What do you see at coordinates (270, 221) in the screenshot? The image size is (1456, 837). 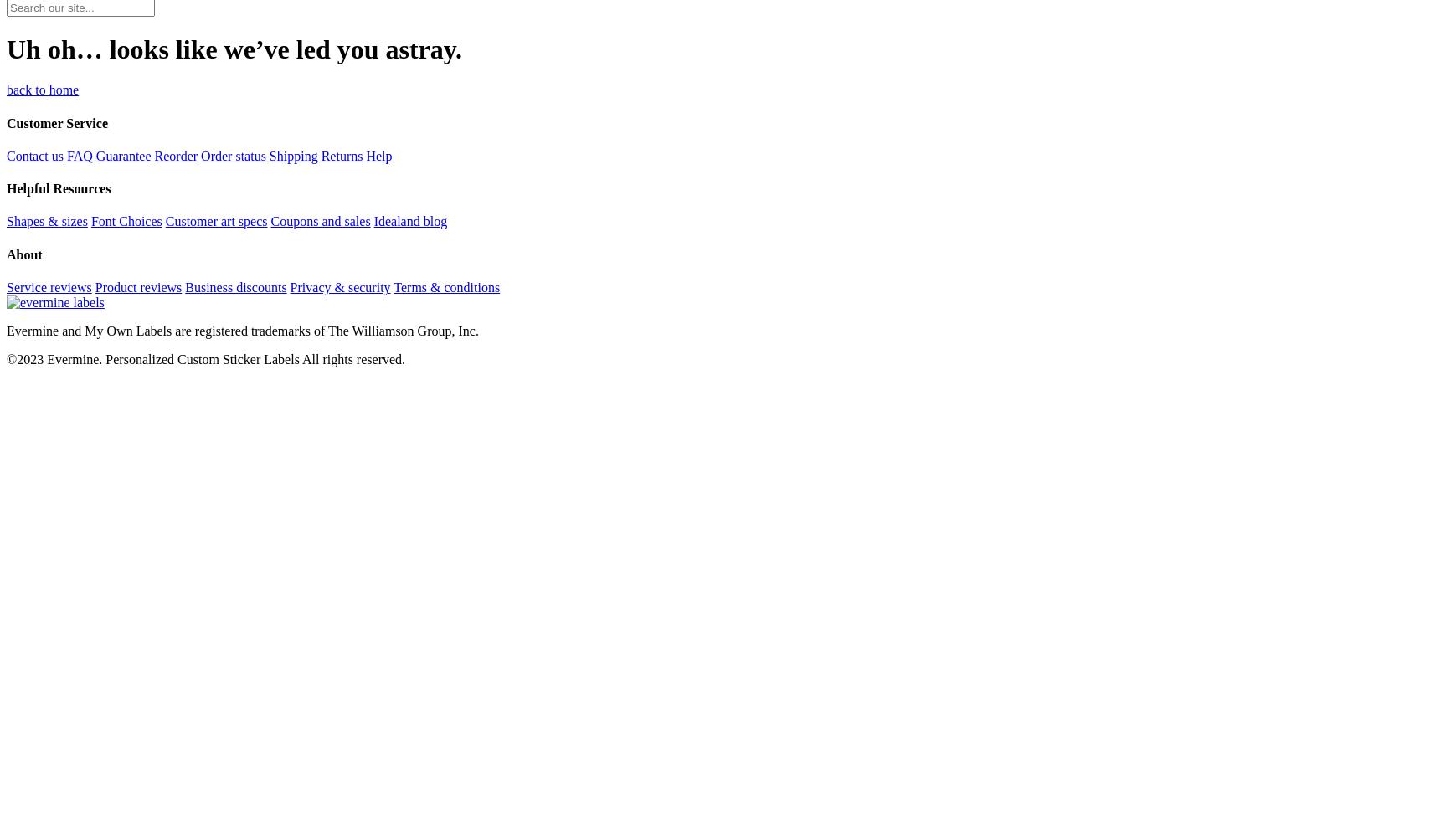 I see `'Coupons and sales'` at bounding box center [270, 221].